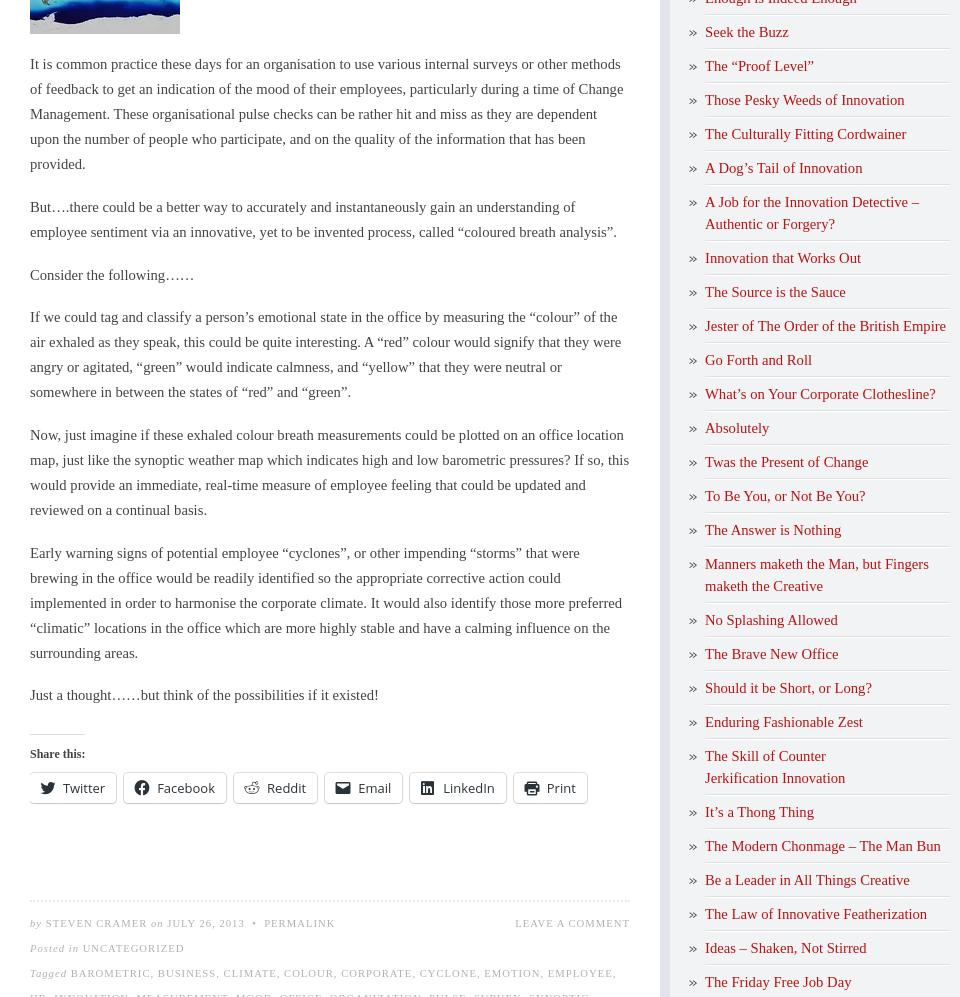 This screenshot has height=997, width=960. I want to click on 'Consider the following……', so click(112, 273).